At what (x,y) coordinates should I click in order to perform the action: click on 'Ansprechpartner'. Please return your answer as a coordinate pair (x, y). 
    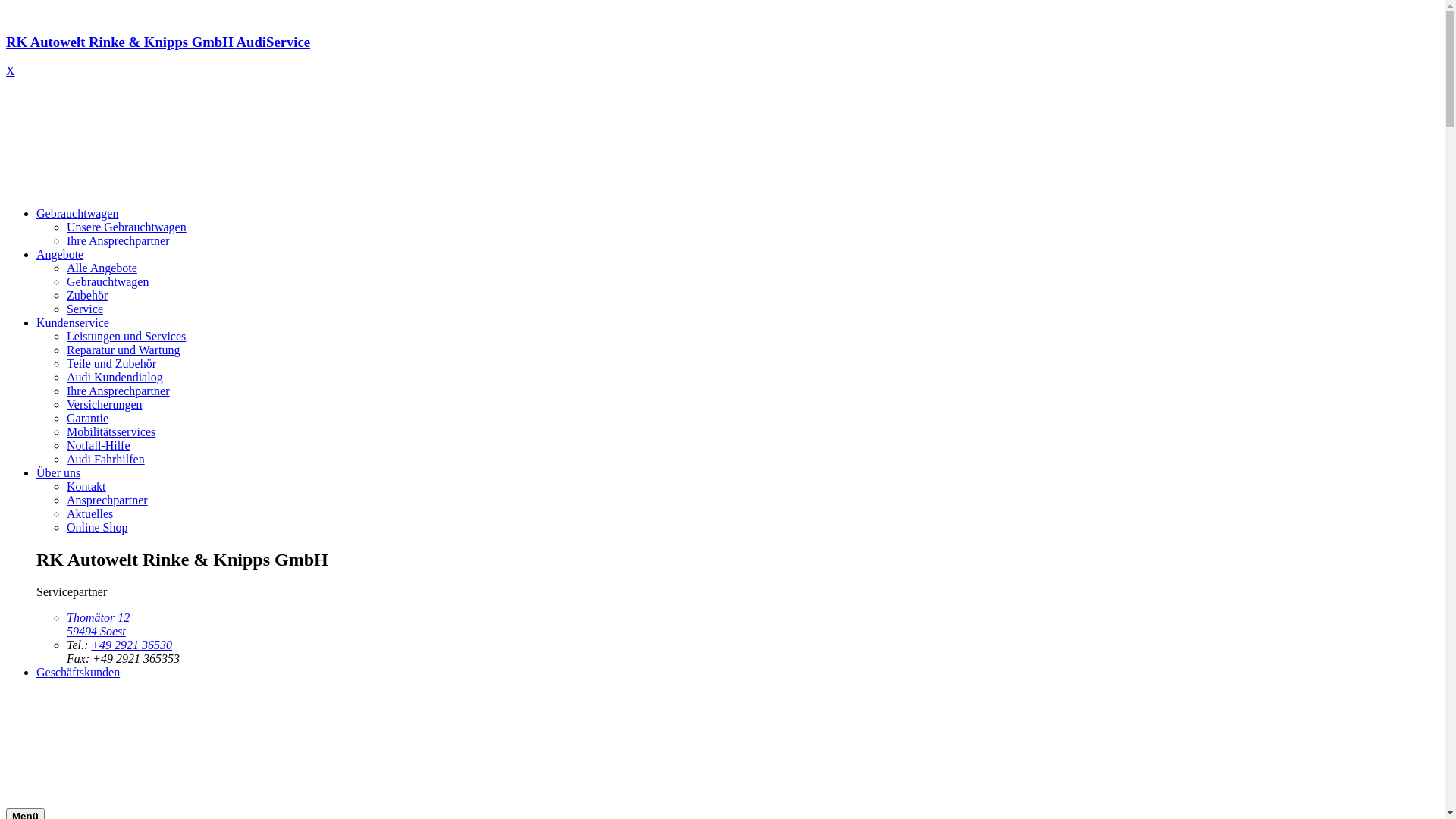
    Looking at the image, I should click on (65, 500).